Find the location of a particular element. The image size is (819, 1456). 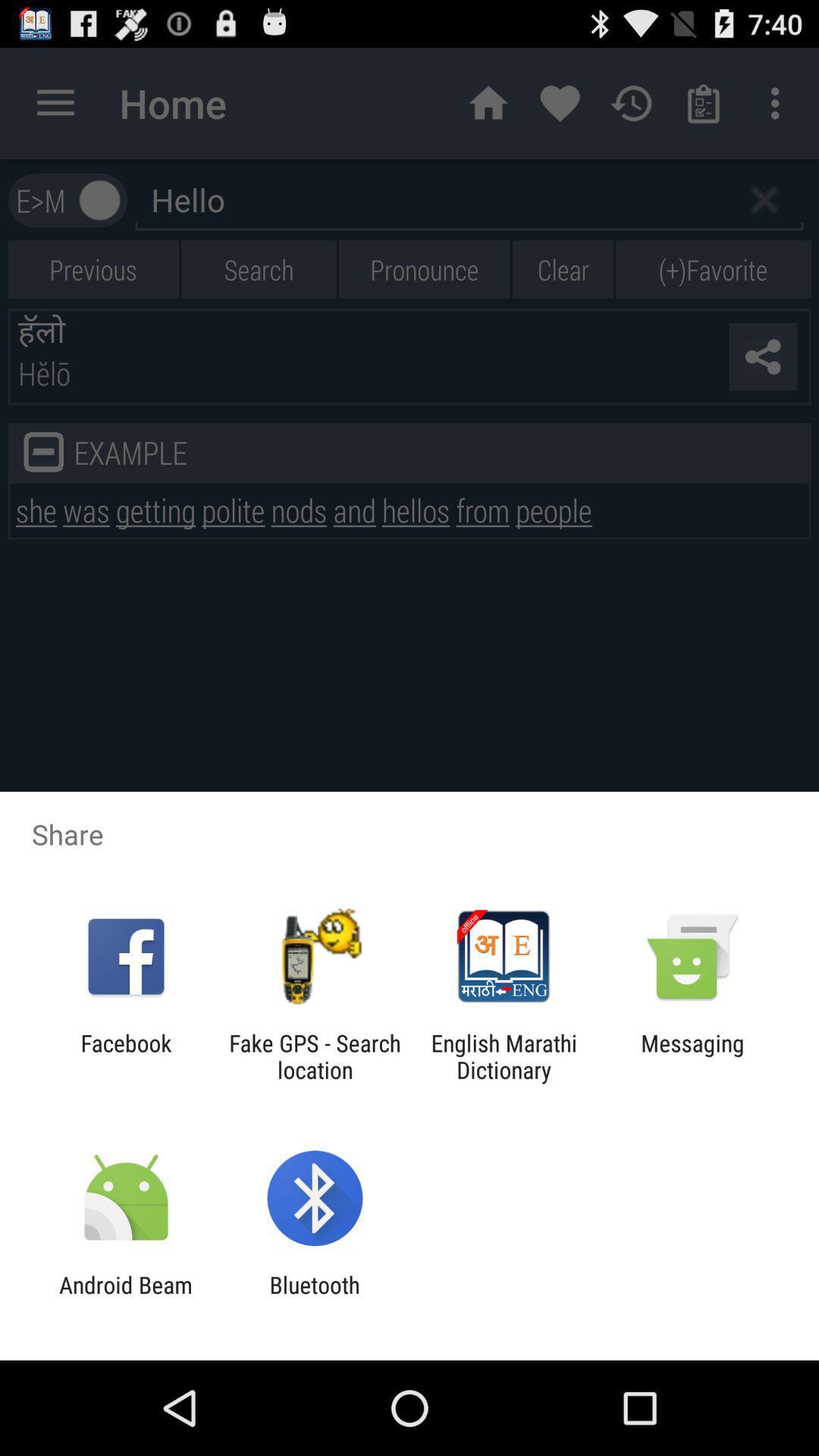

icon next to the english marathi dictionary is located at coordinates (692, 1056).